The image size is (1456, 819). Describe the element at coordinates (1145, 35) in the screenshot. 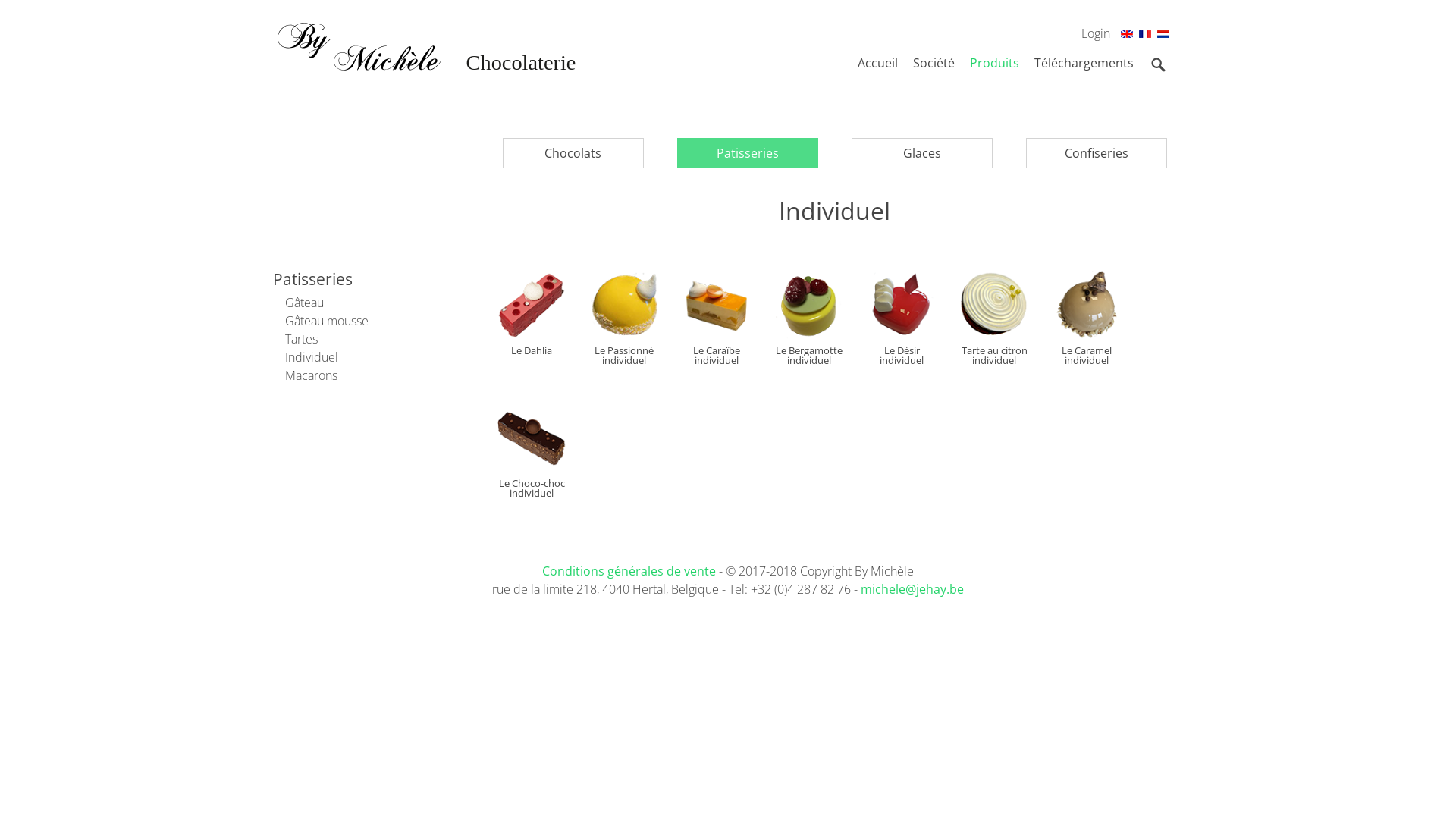

I see `'Fr'` at that location.